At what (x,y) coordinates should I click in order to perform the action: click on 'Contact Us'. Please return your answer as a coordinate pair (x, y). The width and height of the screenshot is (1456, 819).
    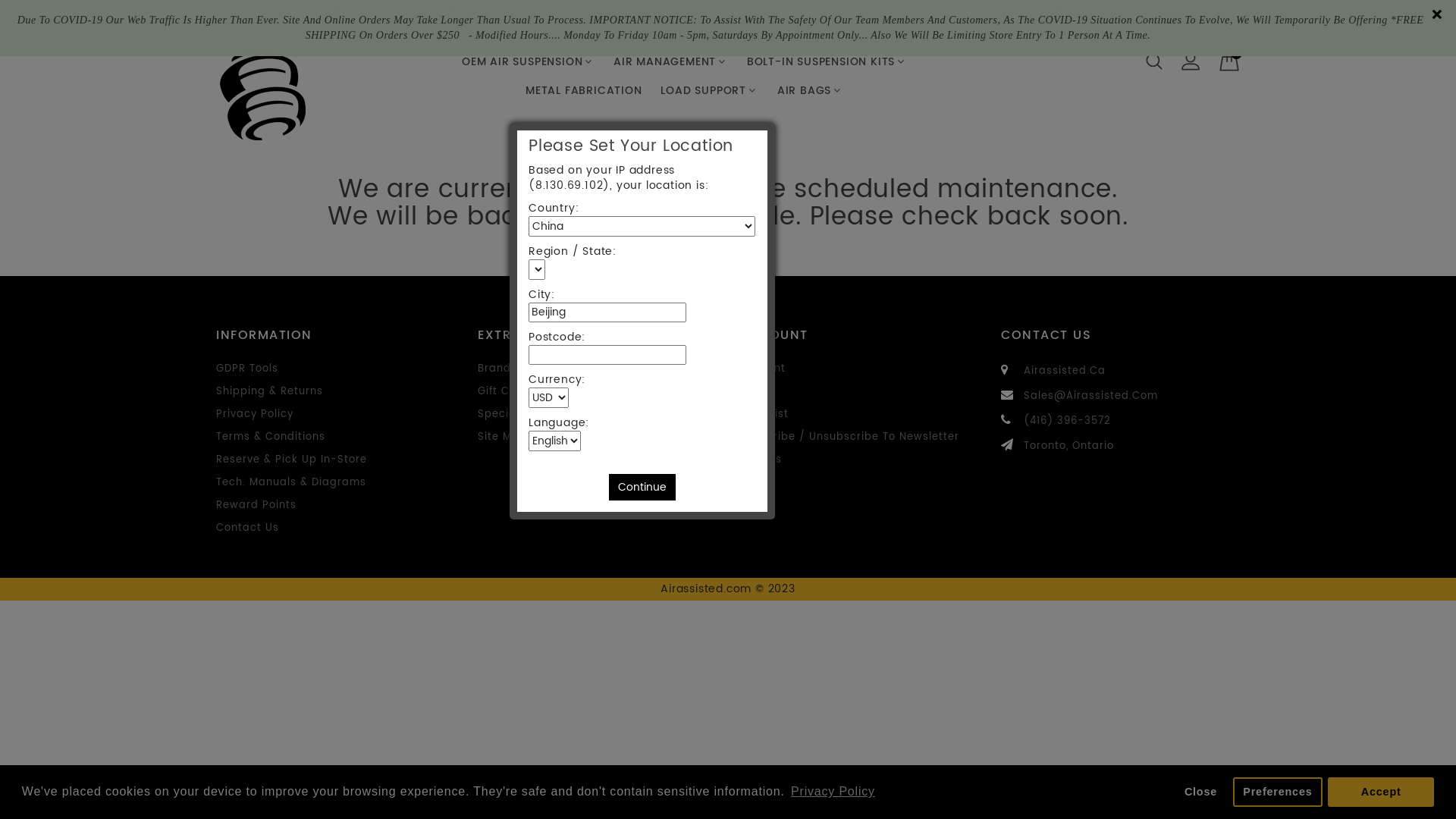
    Looking at the image, I should click on (247, 527).